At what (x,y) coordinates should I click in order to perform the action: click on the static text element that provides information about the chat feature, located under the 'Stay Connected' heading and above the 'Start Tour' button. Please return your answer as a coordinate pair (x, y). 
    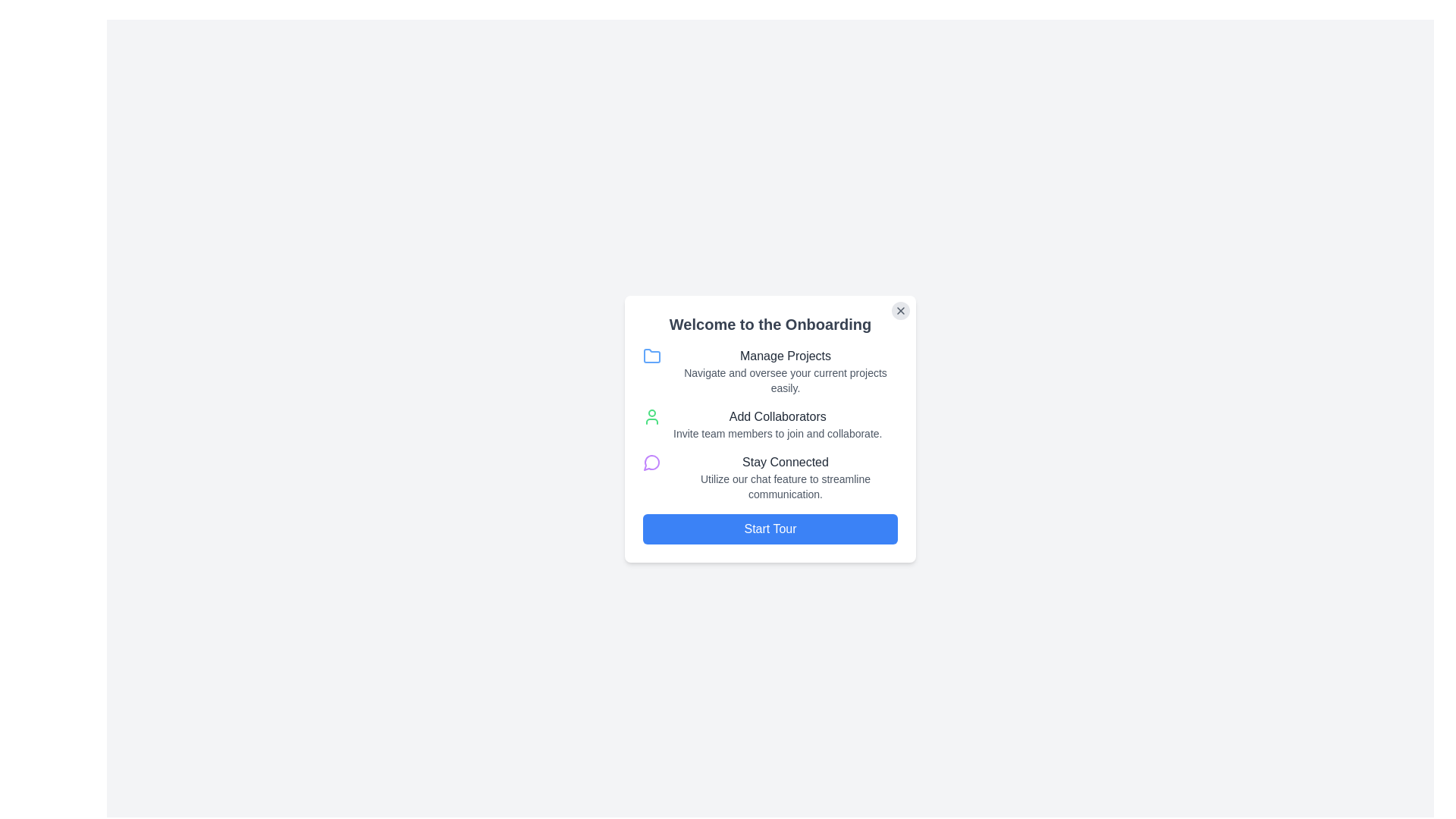
    Looking at the image, I should click on (786, 486).